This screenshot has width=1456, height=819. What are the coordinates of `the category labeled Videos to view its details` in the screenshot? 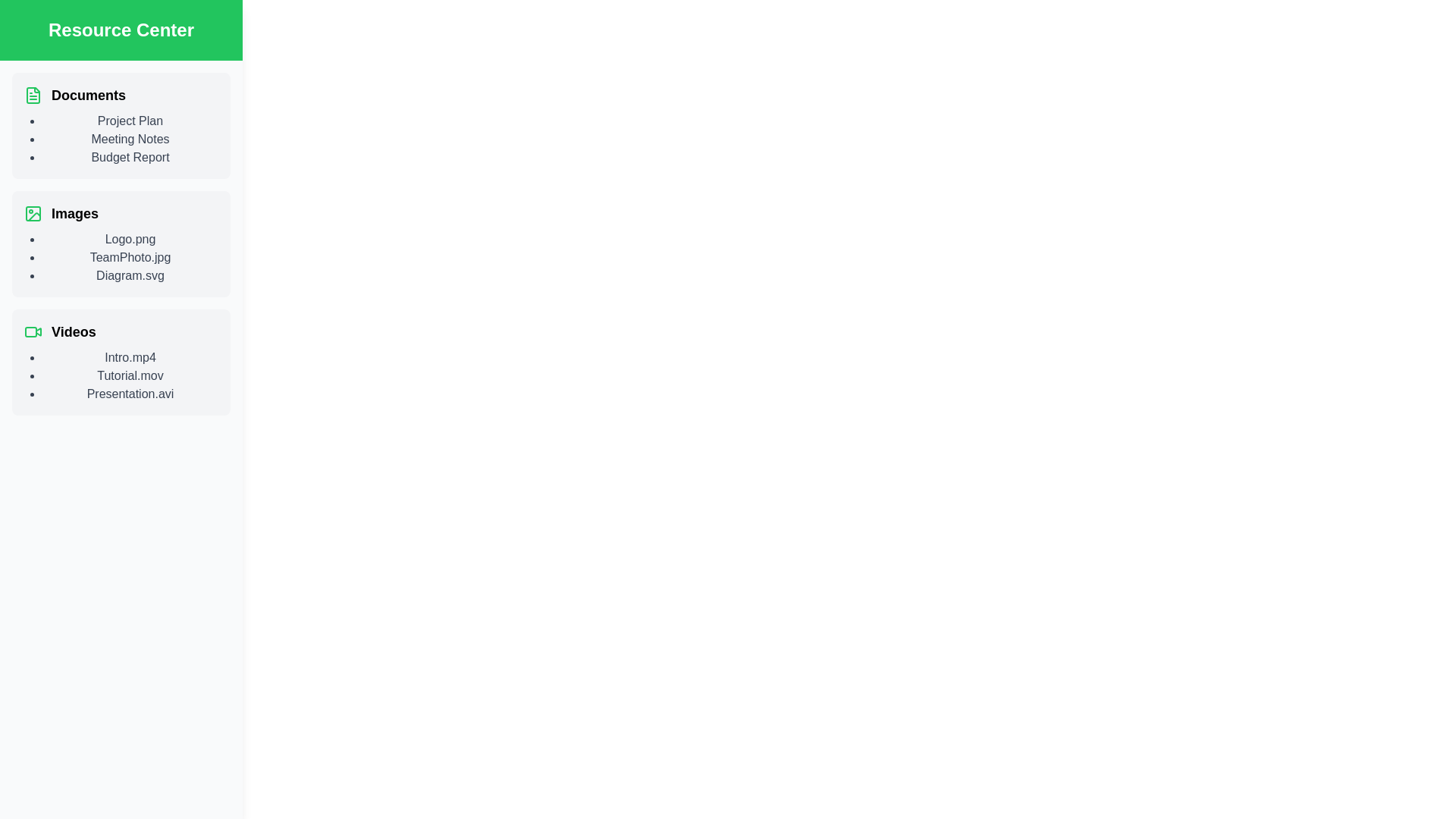 It's located at (120, 331).